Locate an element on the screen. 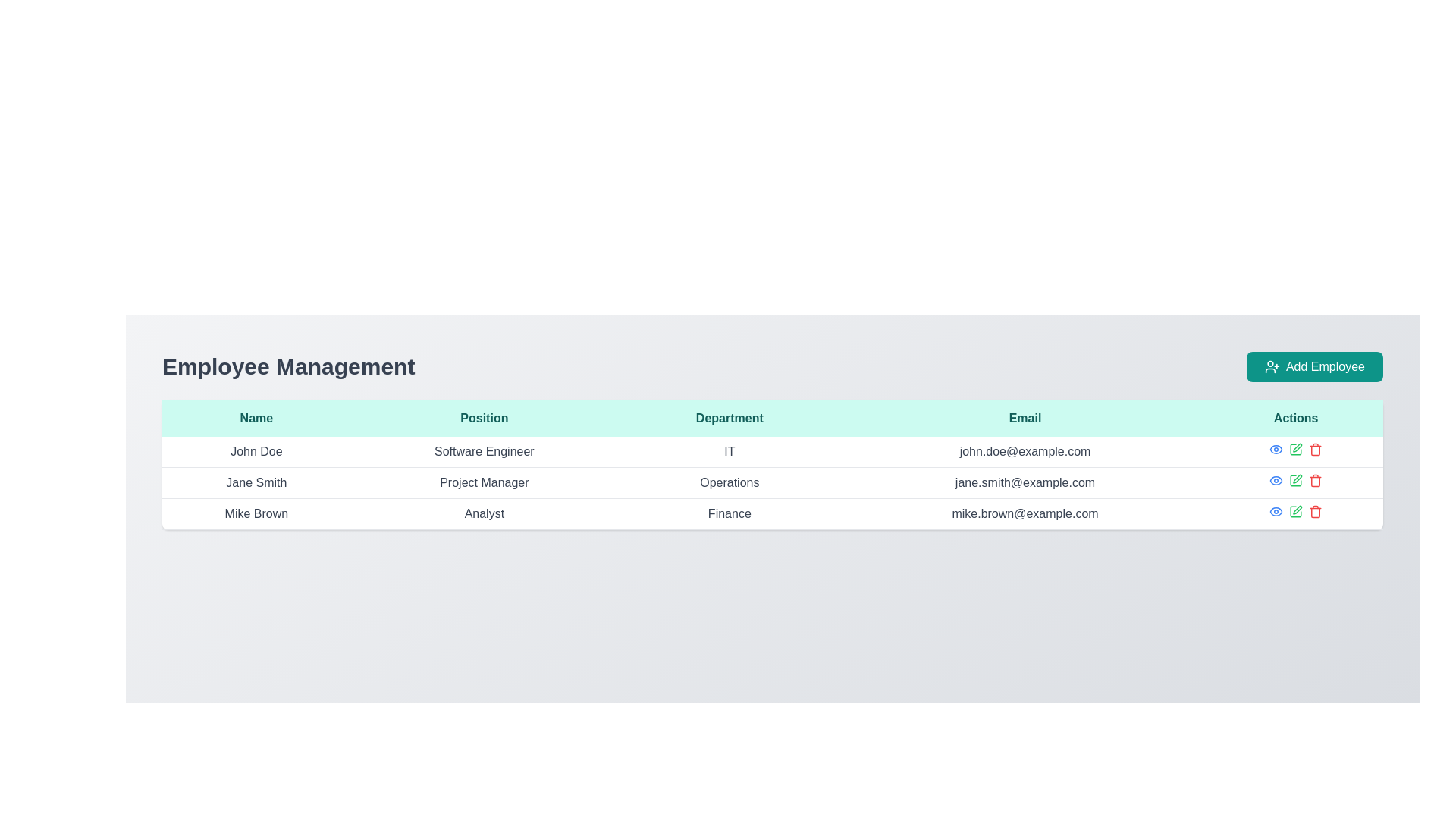 The width and height of the screenshot is (1456, 819). the text label displaying 'jane.smith@example.com' located in the second row of the table under the 'Email' column, positioned between 'Operations' and the action buttons is located at coordinates (1025, 482).